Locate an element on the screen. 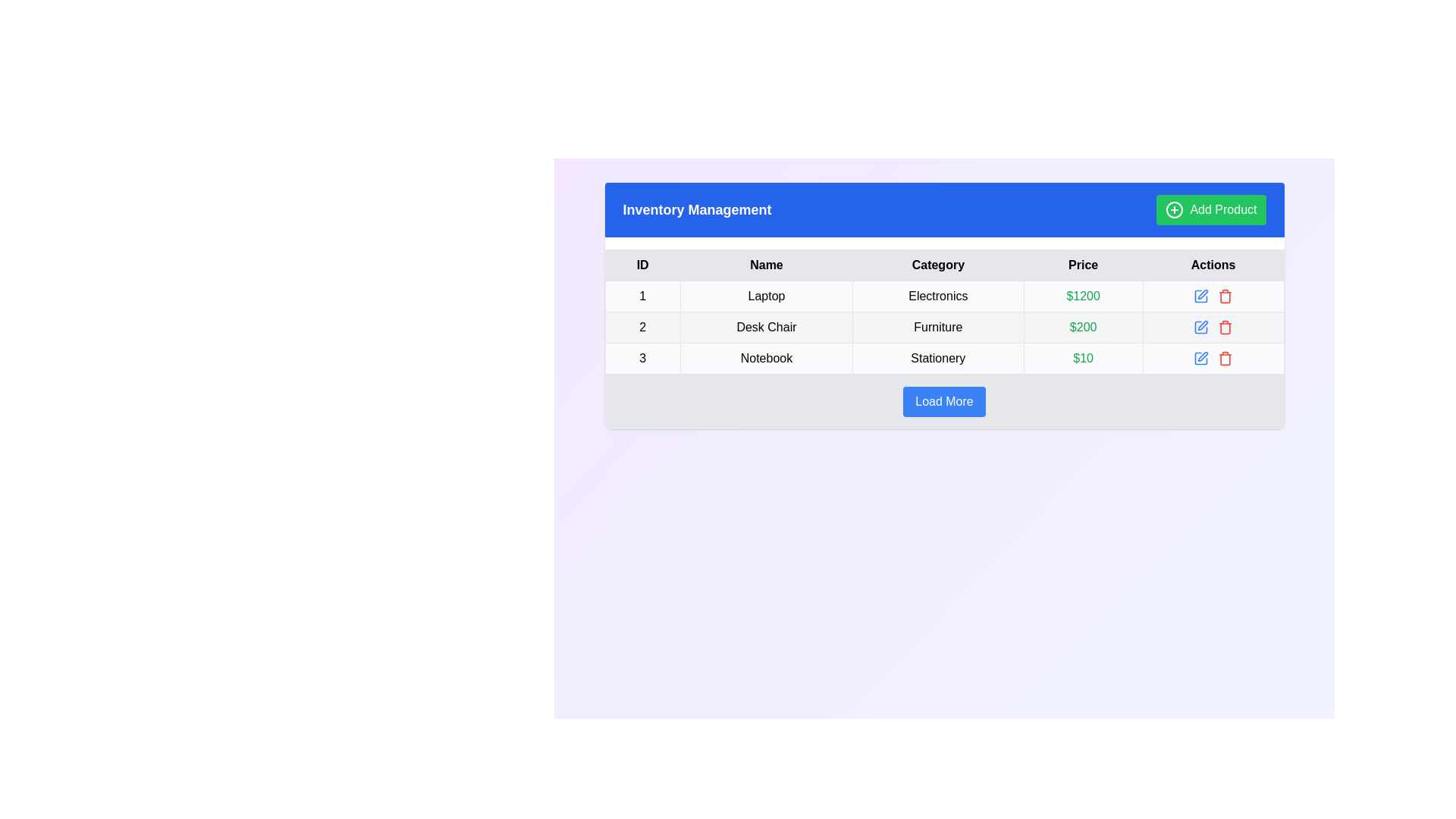 The width and height of the screenshot is (1456, 819). the icon representing the action of adding or creating an item, which is located within the green 'Add Product' button in the top-right corner of the interface is located at coordinates (1174, 210).